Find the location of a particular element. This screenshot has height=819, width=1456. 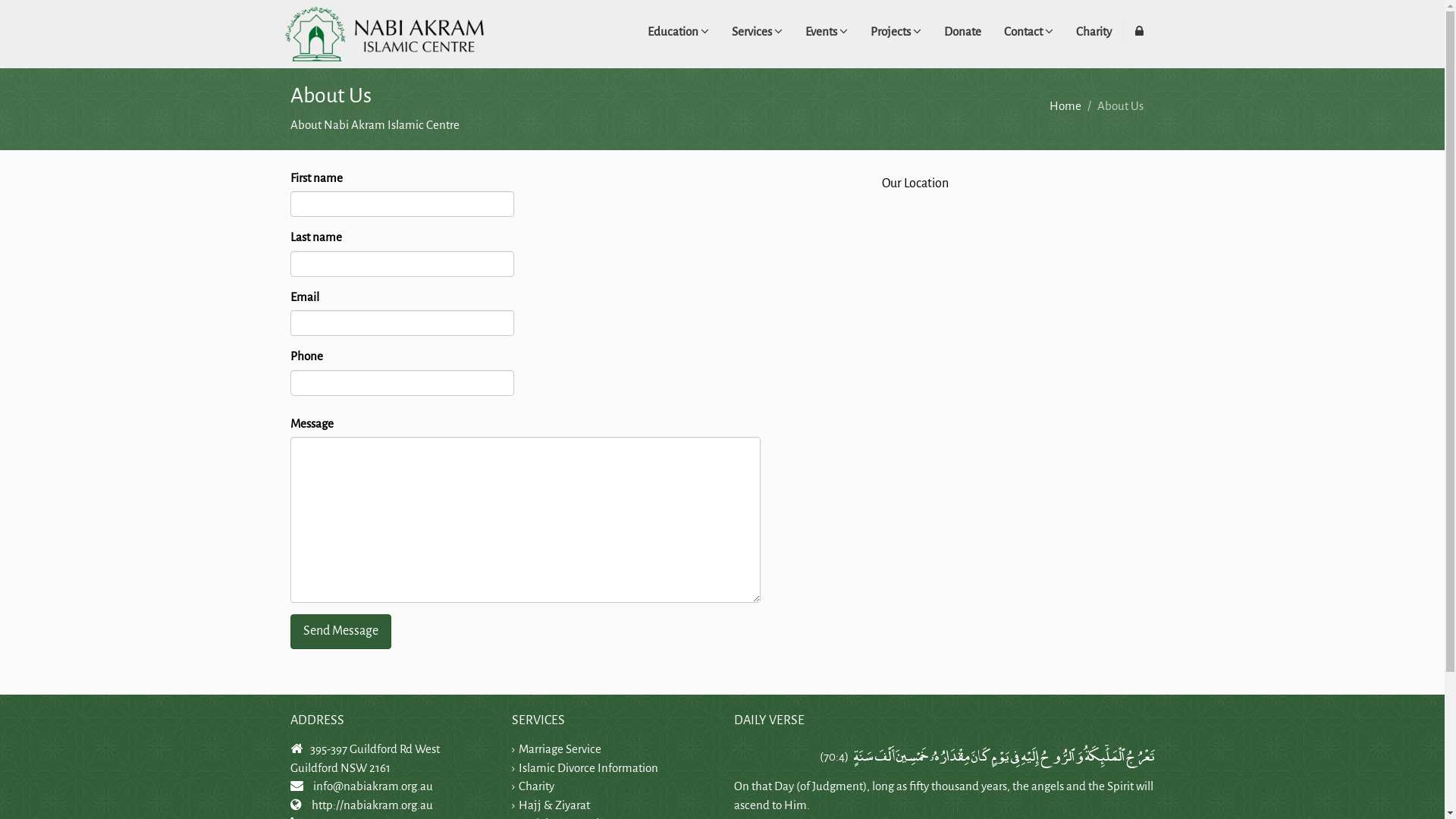

'Home' is located at coordinates (1065, 105).